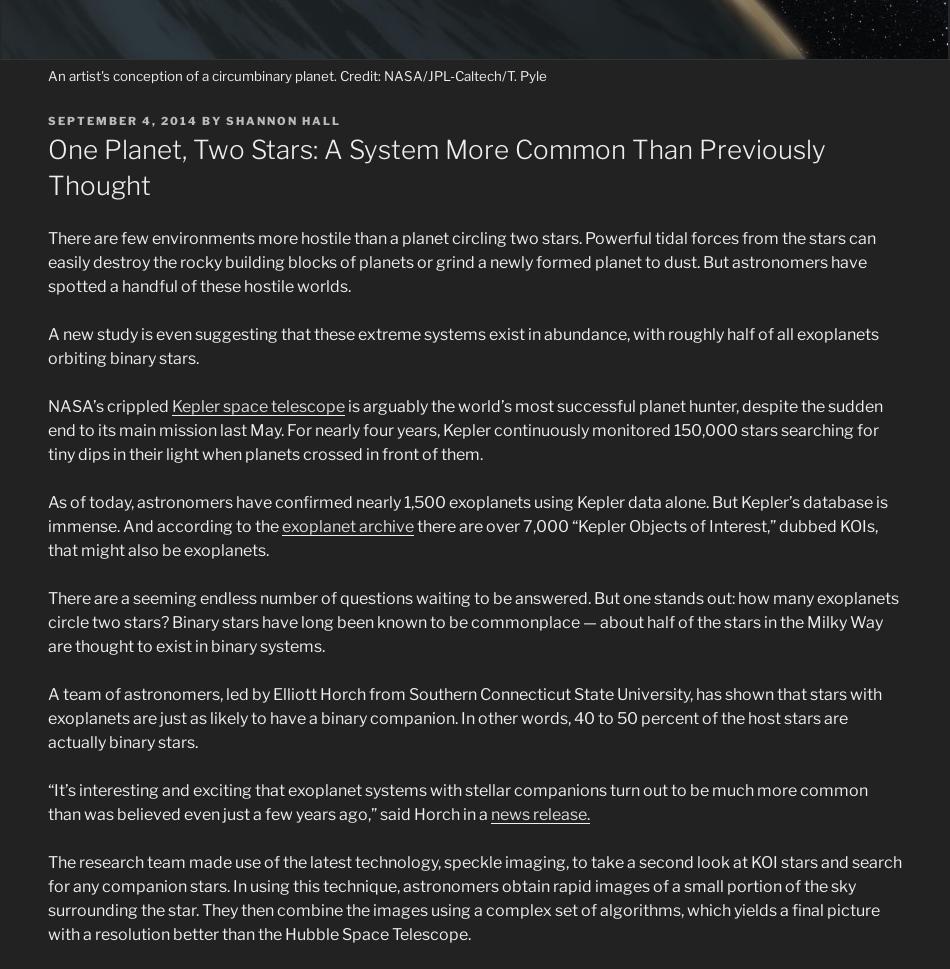  I want to click on 'An artist's conception of a circumbinary planet. Credit: NASA/JPL-Caltech/T. Pyle', so click(296, 74).